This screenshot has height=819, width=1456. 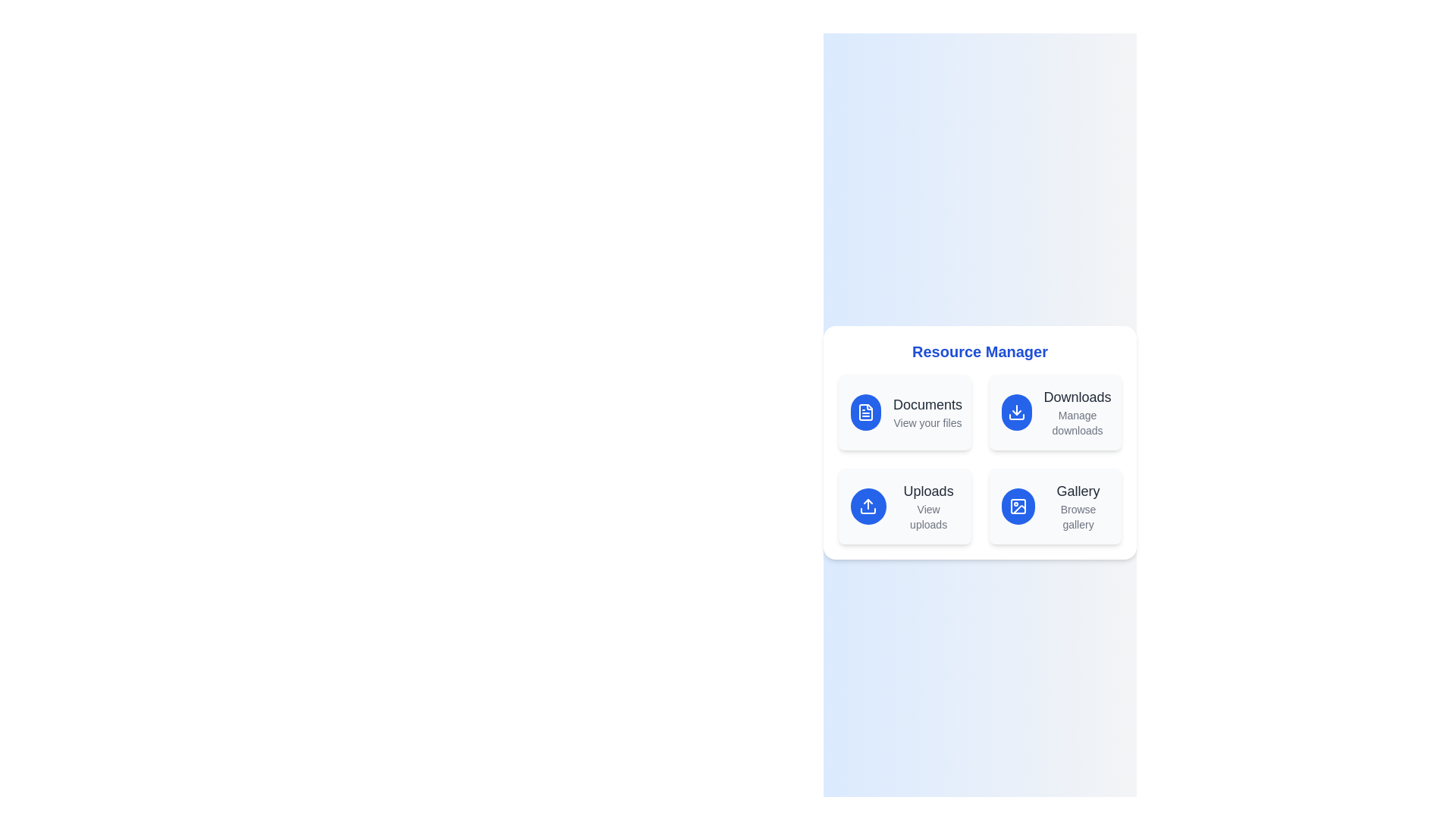 What do you see at coordinates (1054, 412) in the screenshot?
I see `the 'Downloads' option to manage downloads` at bounding box center [1054, 412].